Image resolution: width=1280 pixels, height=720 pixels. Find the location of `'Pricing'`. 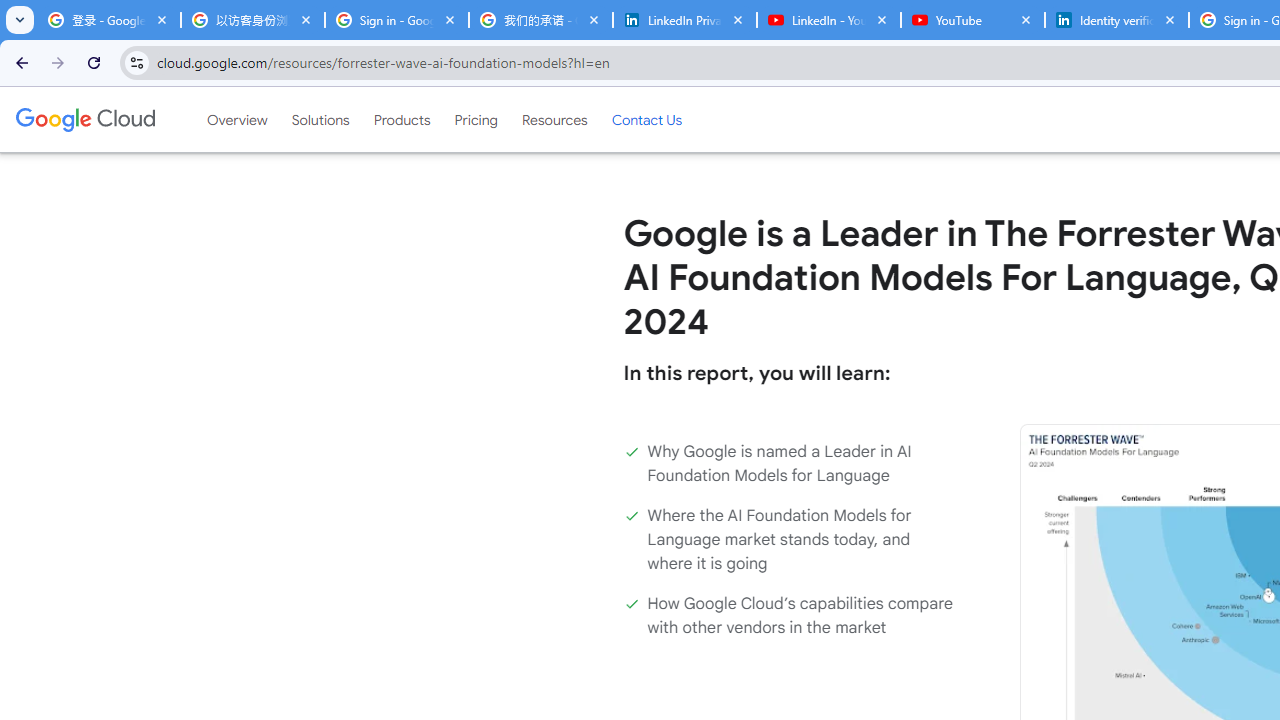

'Pricing' is located at coordinates (475, 119).